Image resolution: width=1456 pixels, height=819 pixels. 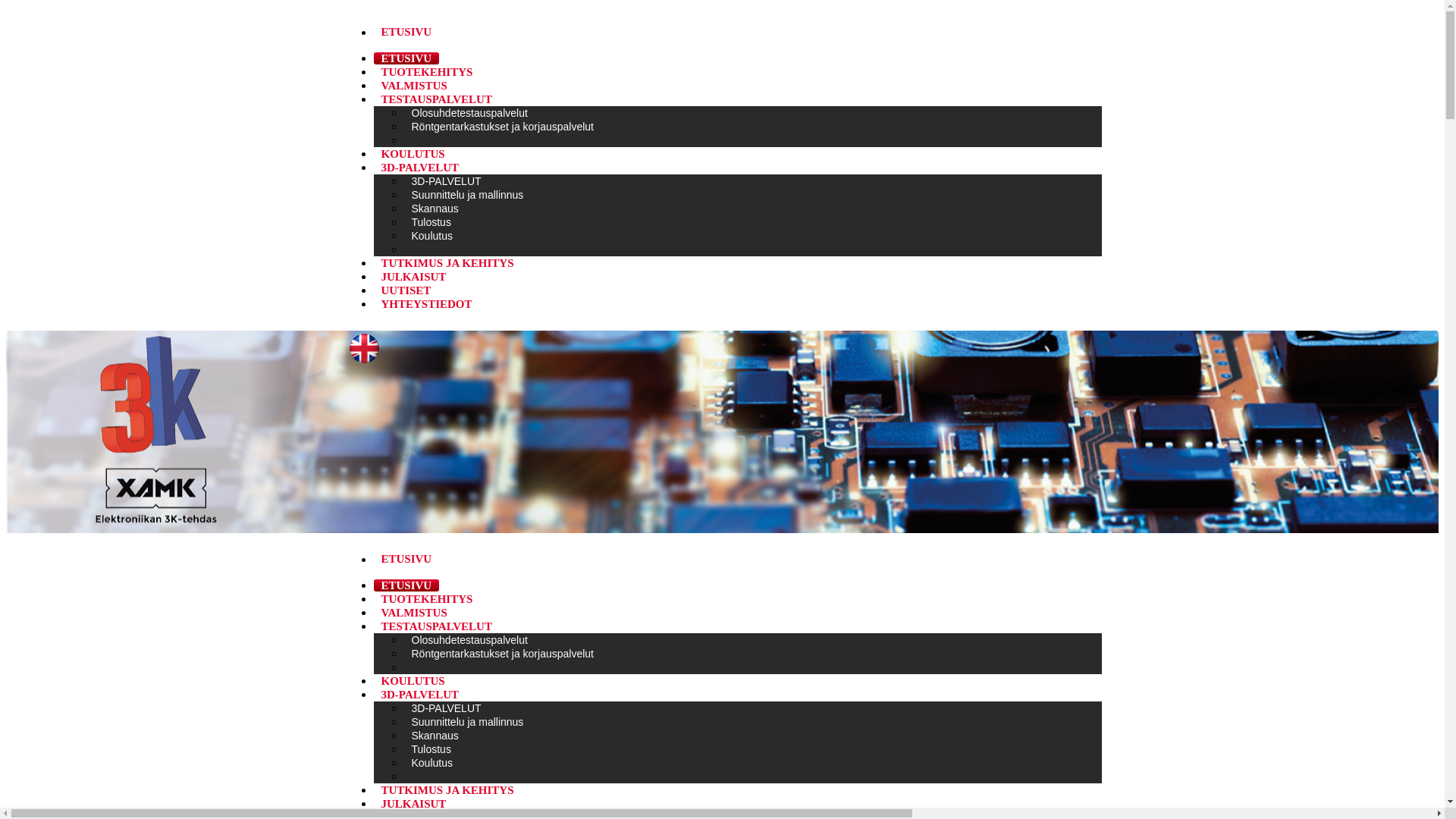 I want to click on 'Suunnittelu ja mallinnus', so click(x=403, y=194).